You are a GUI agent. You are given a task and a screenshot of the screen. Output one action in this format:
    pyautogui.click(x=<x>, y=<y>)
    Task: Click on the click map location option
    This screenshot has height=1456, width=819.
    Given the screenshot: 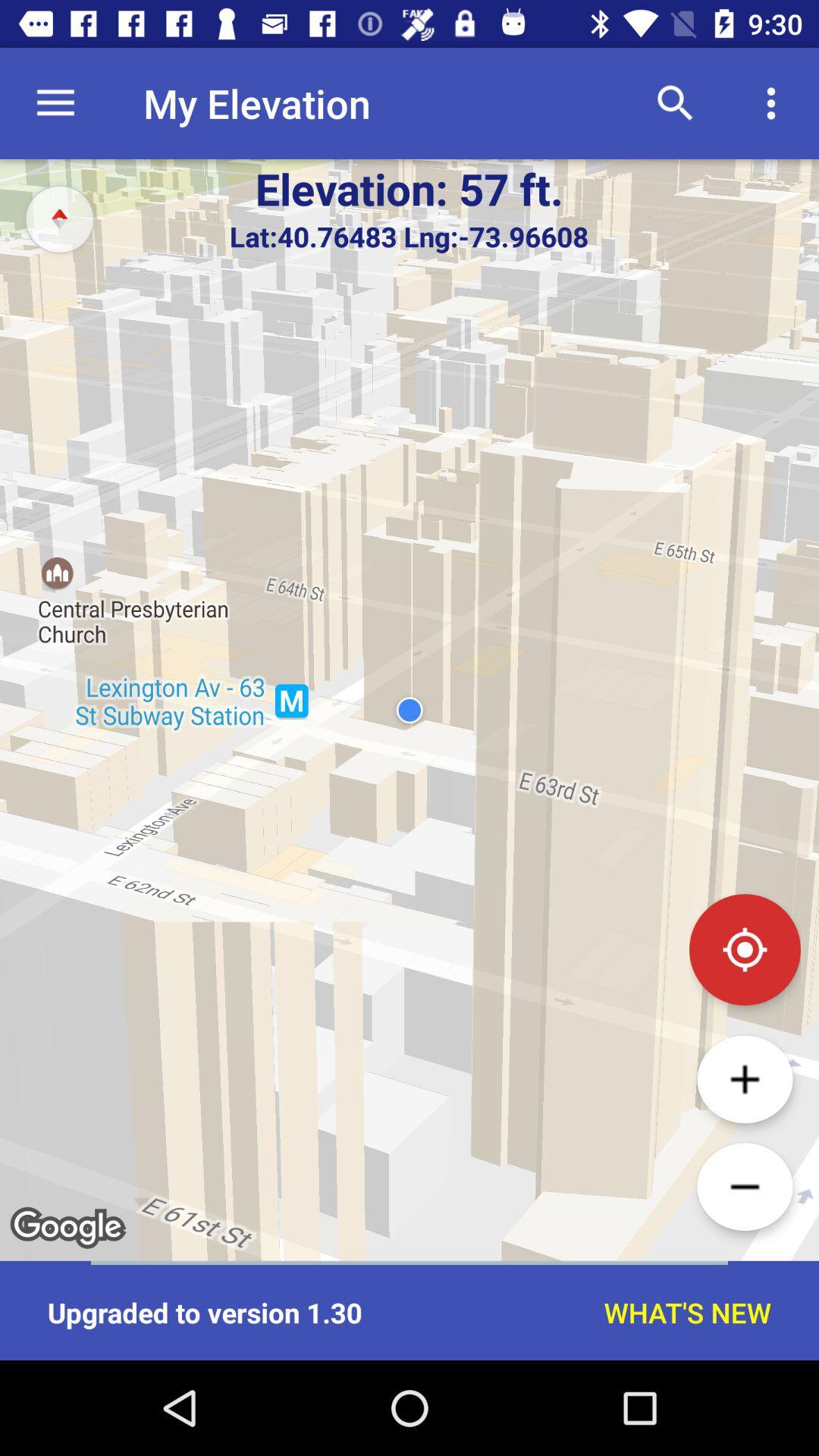 What is the action you would take?
    pyautogui.click(x=744, y=949)
    